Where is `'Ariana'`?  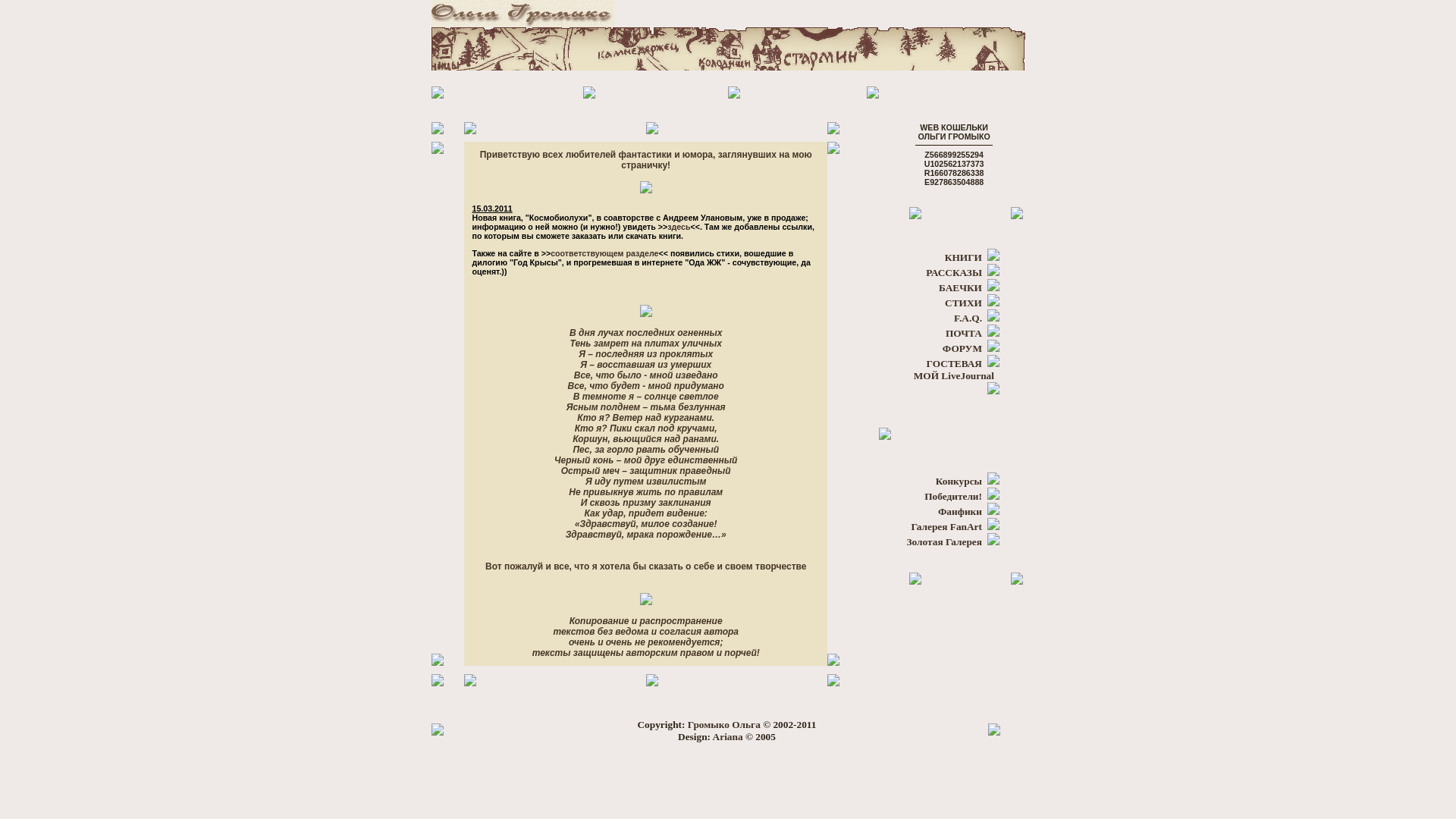 'Ariana' is located at coordinates (728, 736).